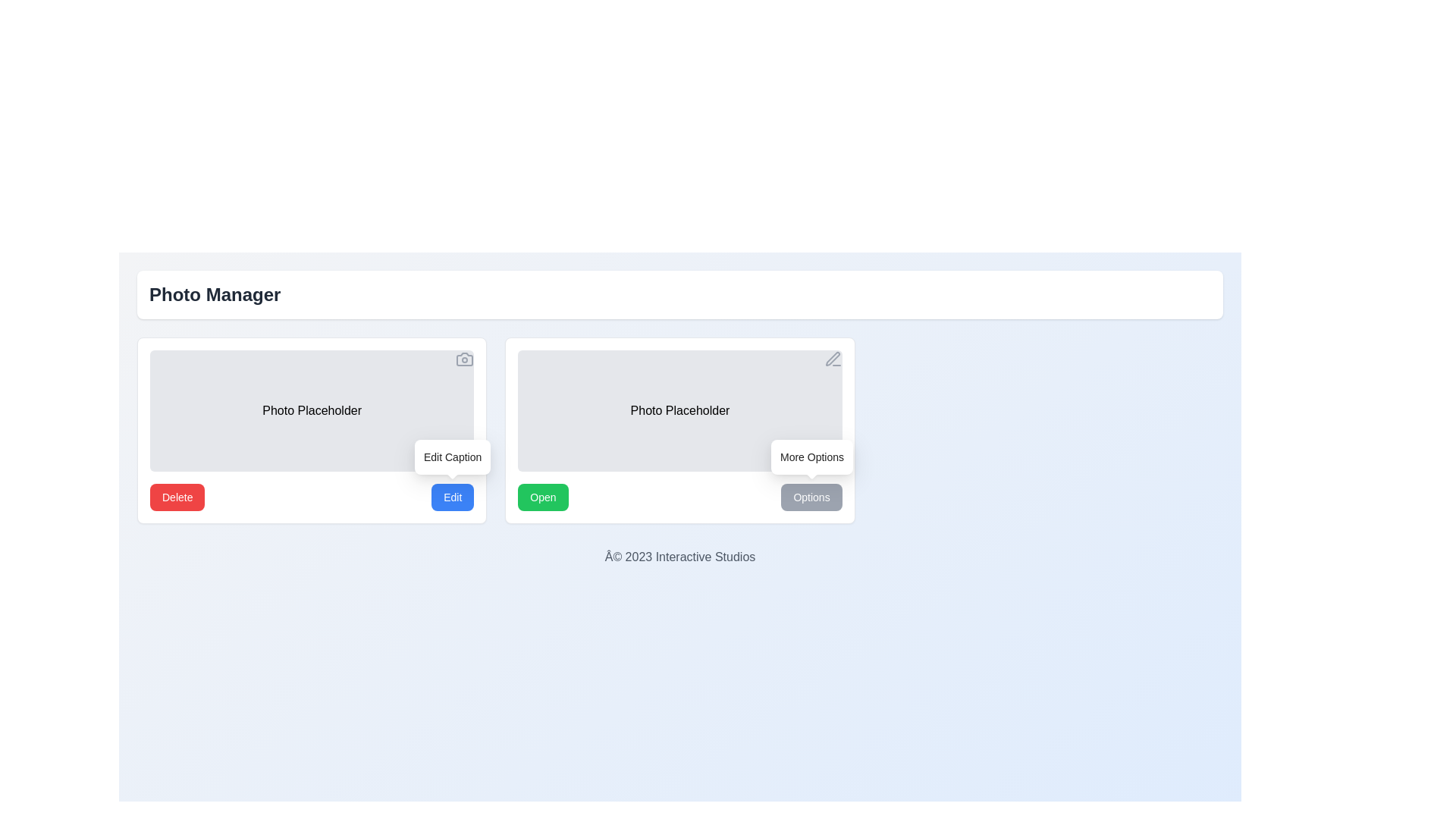 The height and width of the screenshot is (819, 1456). What do you see at coordinates (543, 497) in the screenshot?
I see `the button located at the bottom-left corner of the second photo placeholder card` at bounding box center [543, 497].